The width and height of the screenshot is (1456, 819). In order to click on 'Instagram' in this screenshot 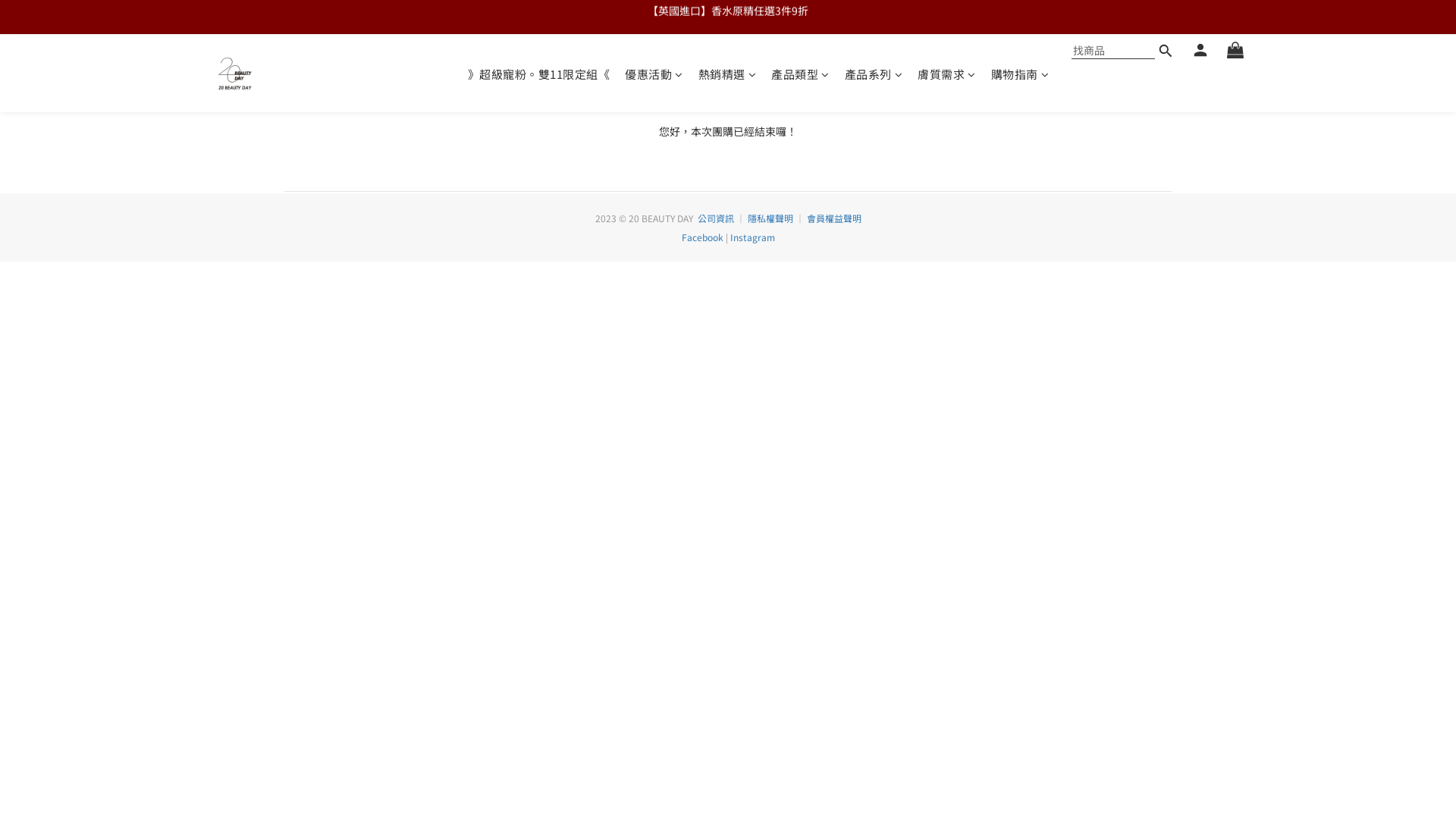, I will do `click(751, 237)`.